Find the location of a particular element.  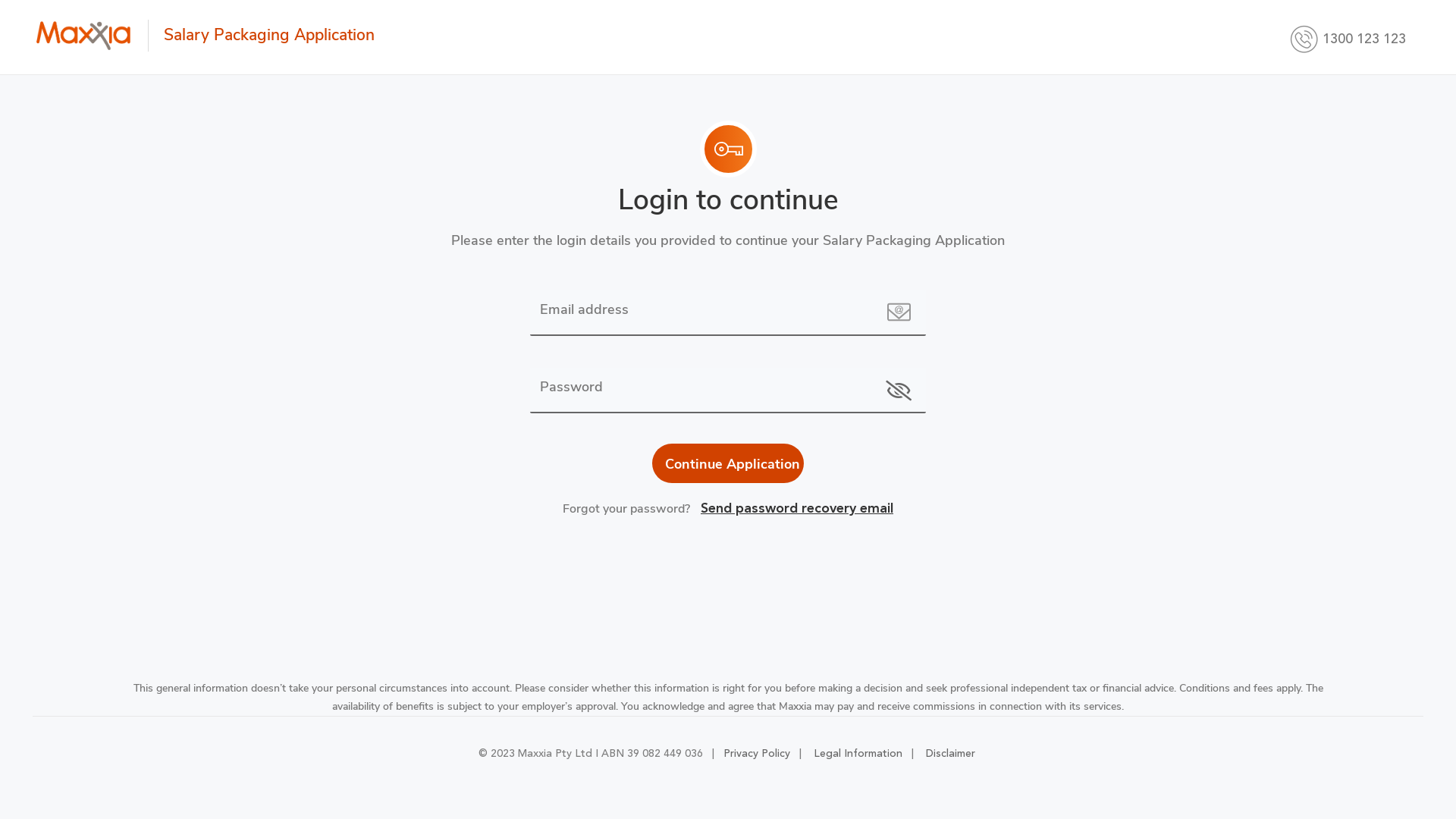

'Disclaimer' is located at coordinates (949, 754).